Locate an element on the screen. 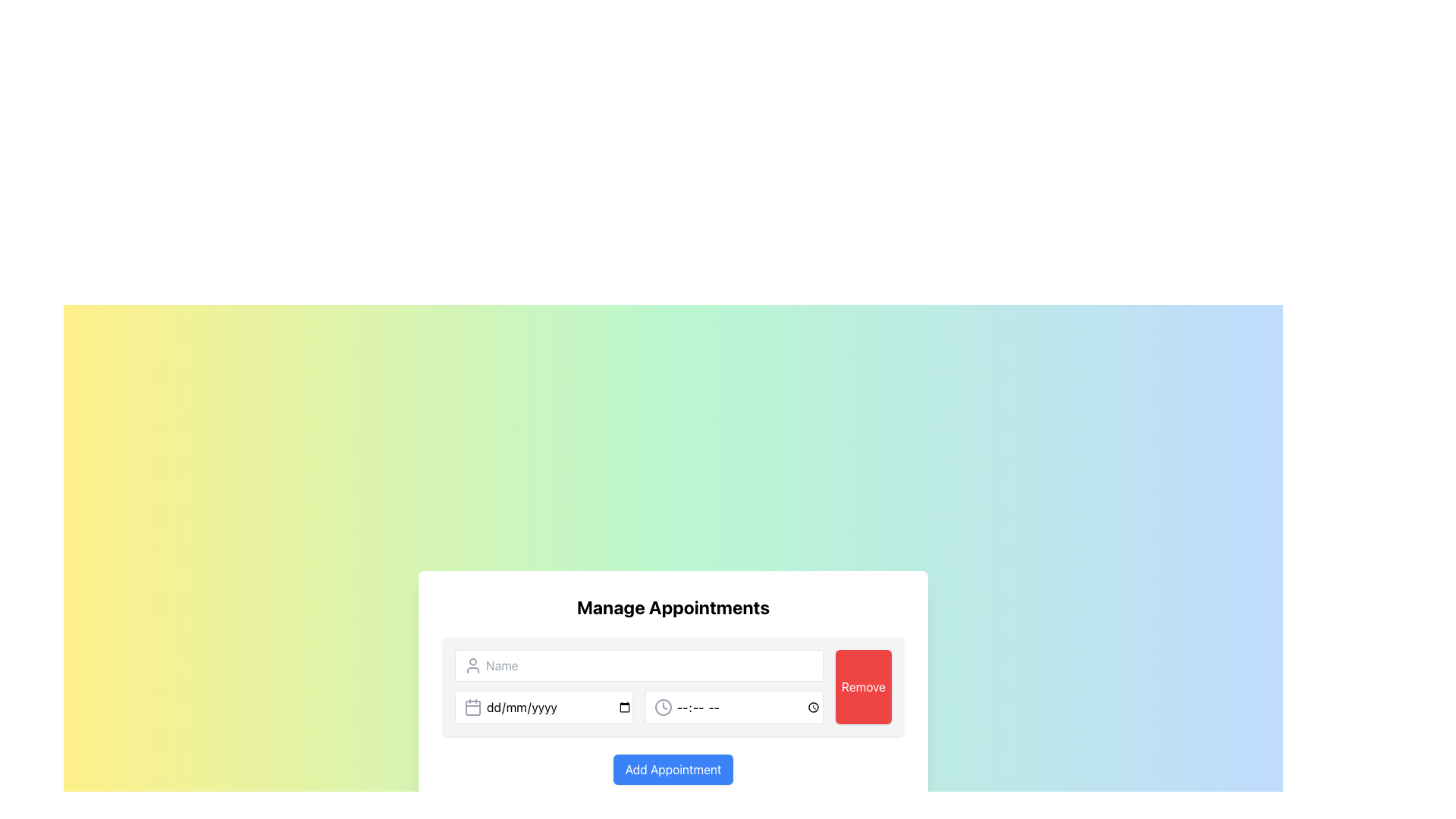  the 'Add Appointment' button located below the 'Manage Appointments' section, positioned centrally and to the right of the 'Remove' button is located at coordinates (673, 769).